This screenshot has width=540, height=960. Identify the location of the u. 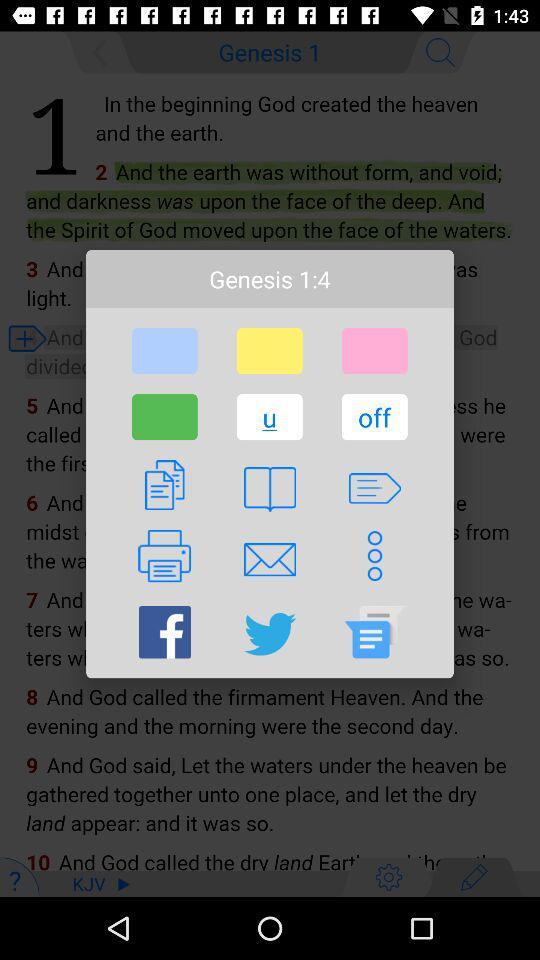
(269, 416).